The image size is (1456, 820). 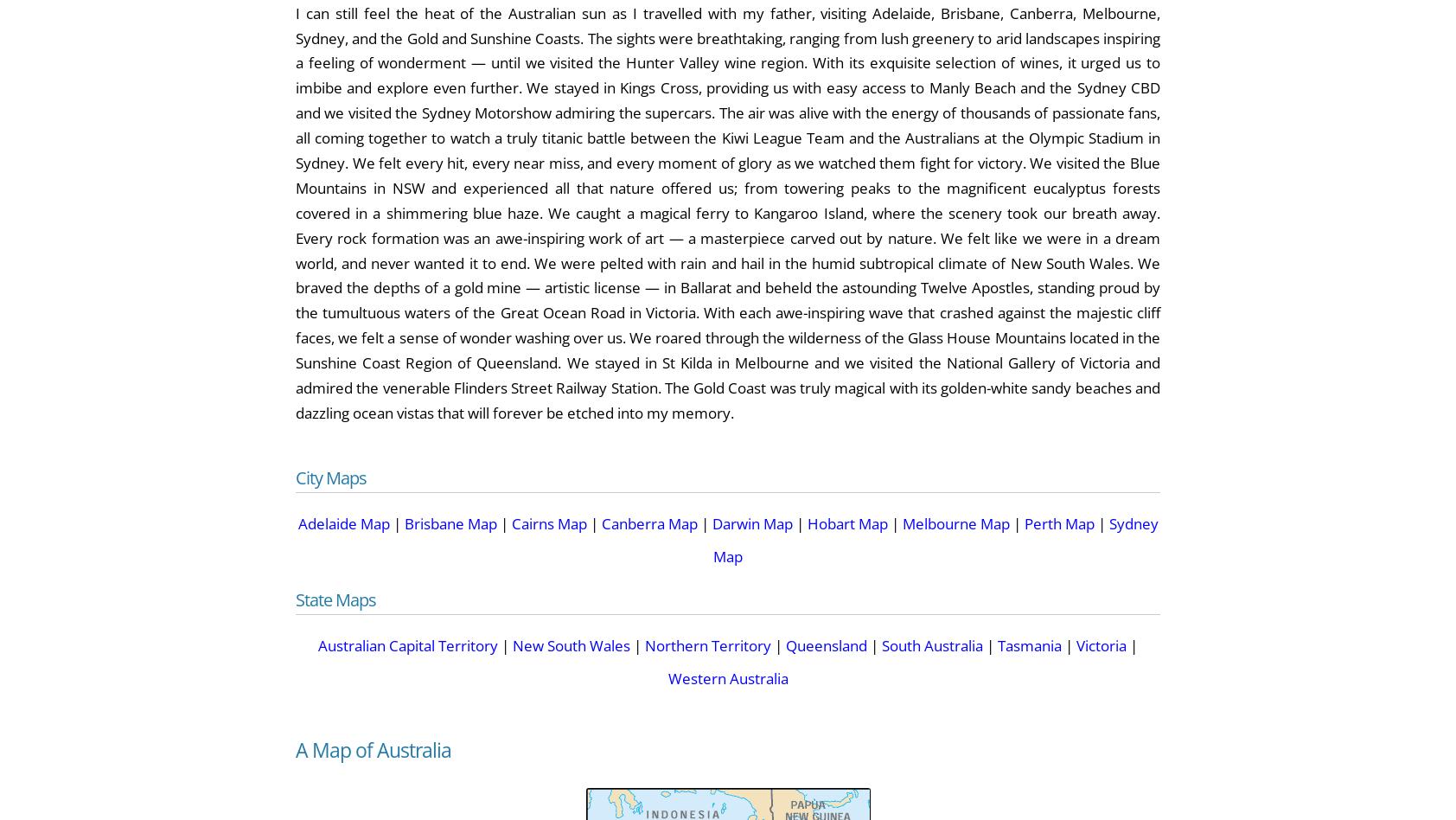 I want to click on 'Western Australia', so click(x=667, y=678).